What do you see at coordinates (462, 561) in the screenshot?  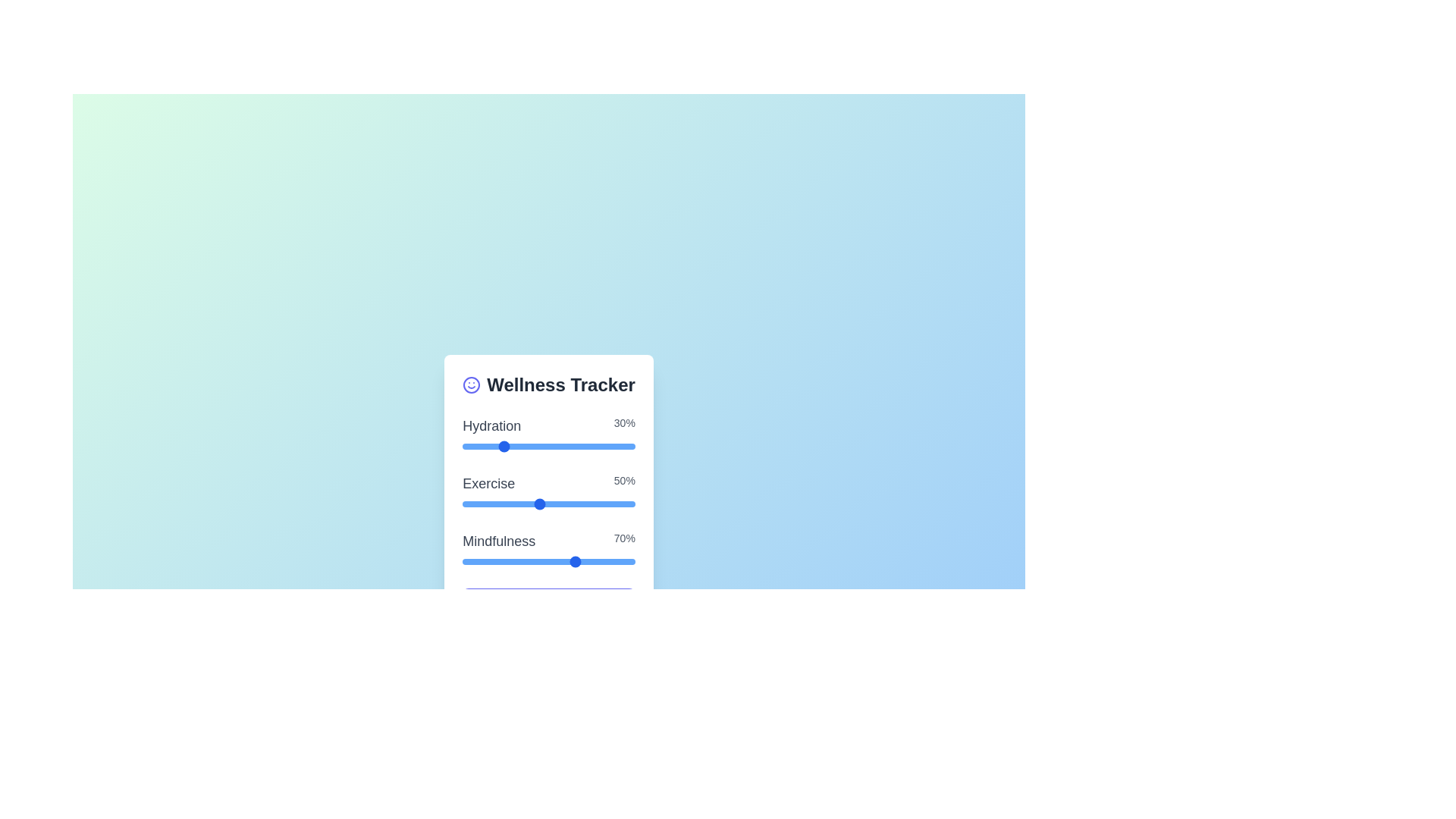 I see `the 'Mindfulness' slider to set its value to 1` at bounding box center [462, 561].